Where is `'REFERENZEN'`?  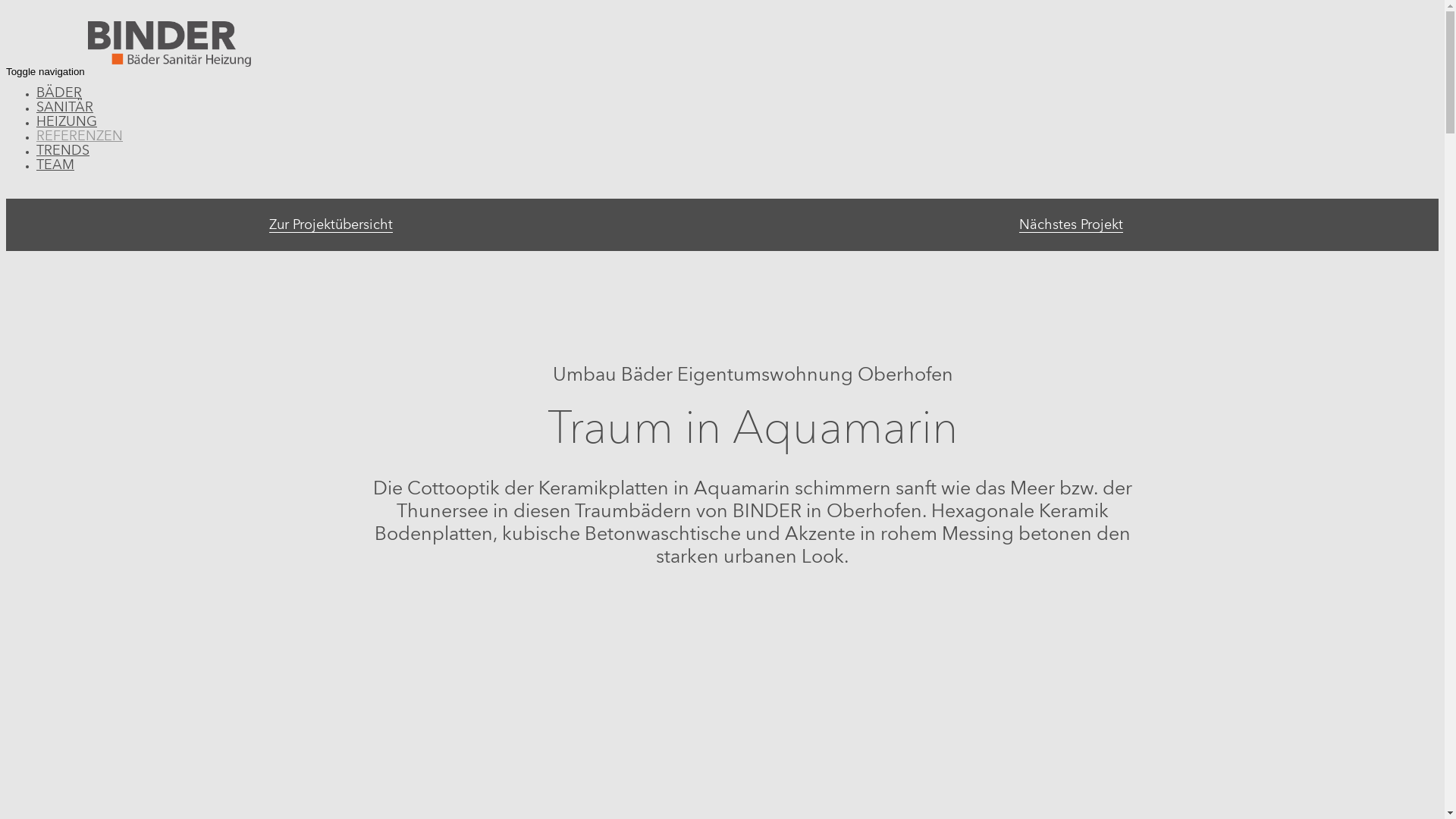
'REFERENZEN' is located at coordinates (79, 131).